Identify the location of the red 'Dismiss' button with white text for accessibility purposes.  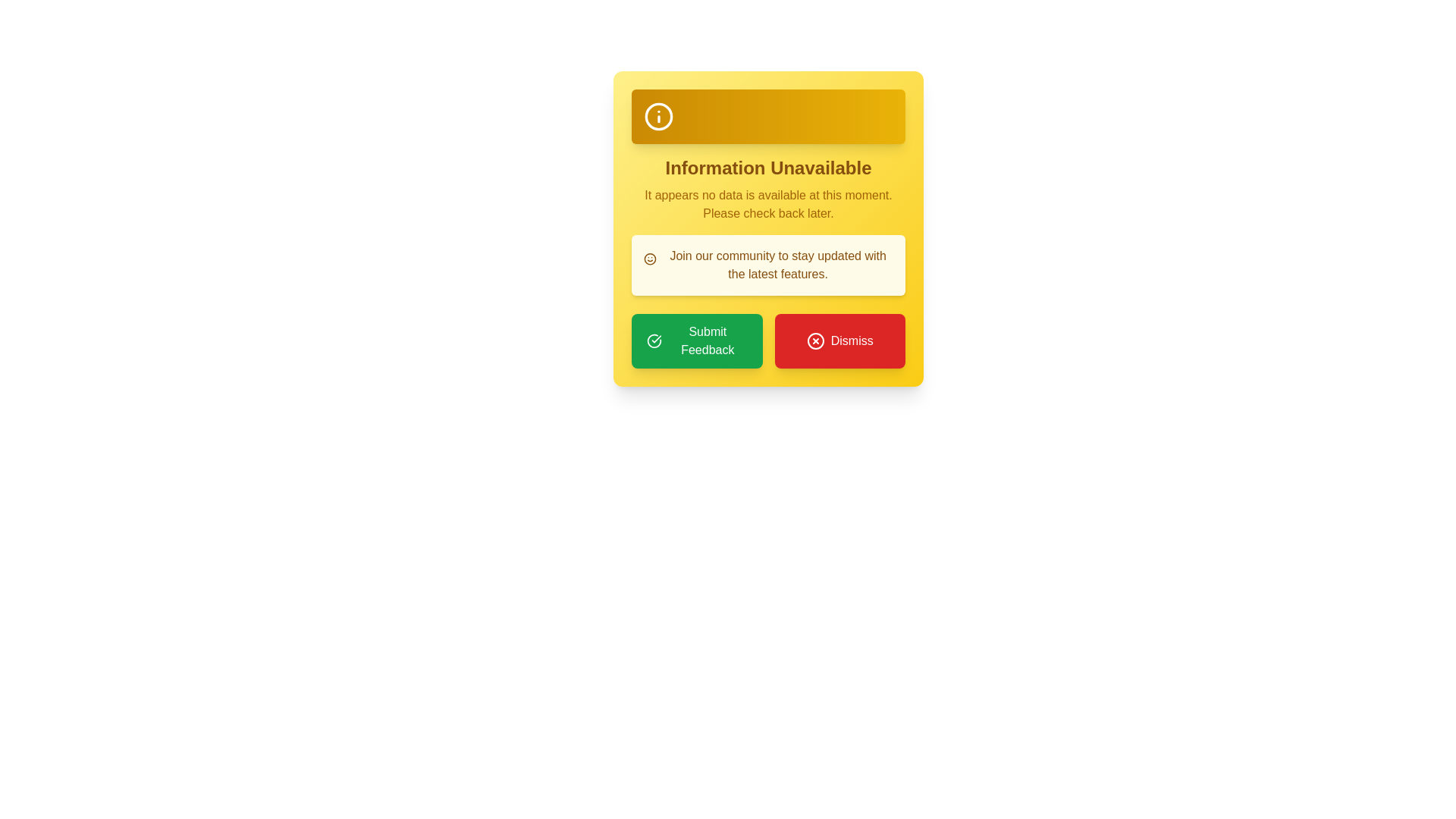
(839, 341).